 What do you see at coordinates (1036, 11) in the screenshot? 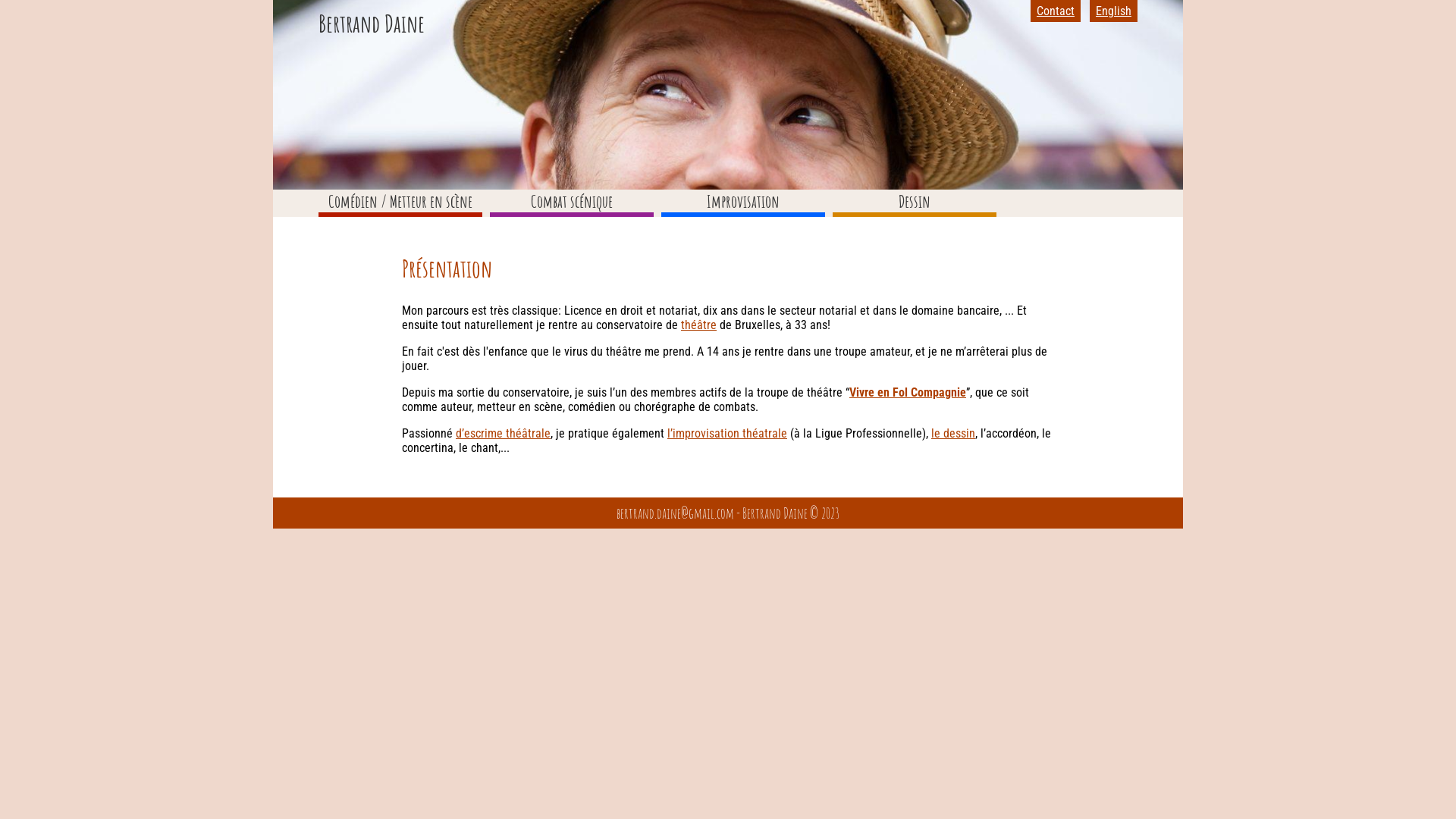
I see `'Contact'` at bounding box center [1036, 11].